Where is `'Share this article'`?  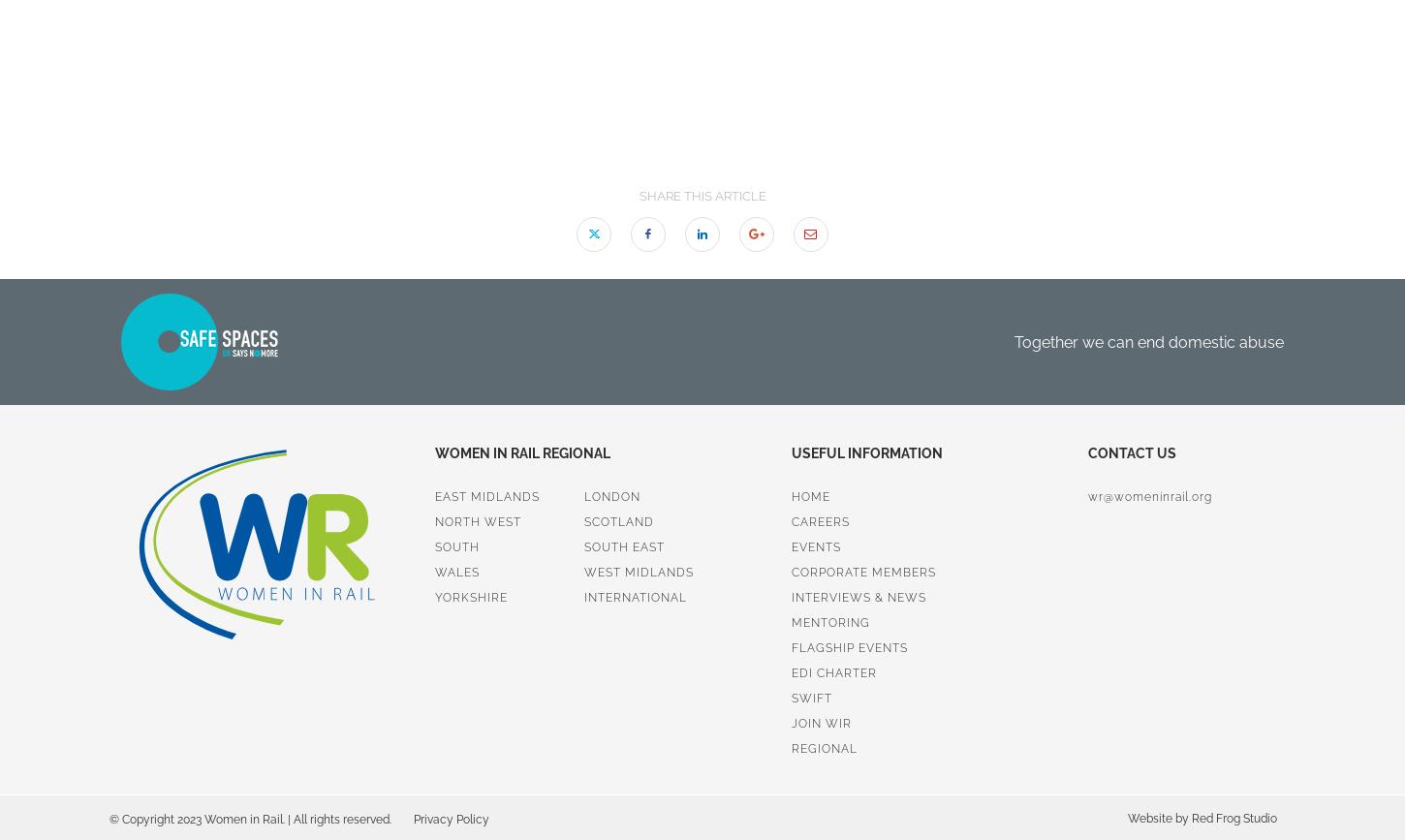
'Share this article' is located at coordinates (638, 195).